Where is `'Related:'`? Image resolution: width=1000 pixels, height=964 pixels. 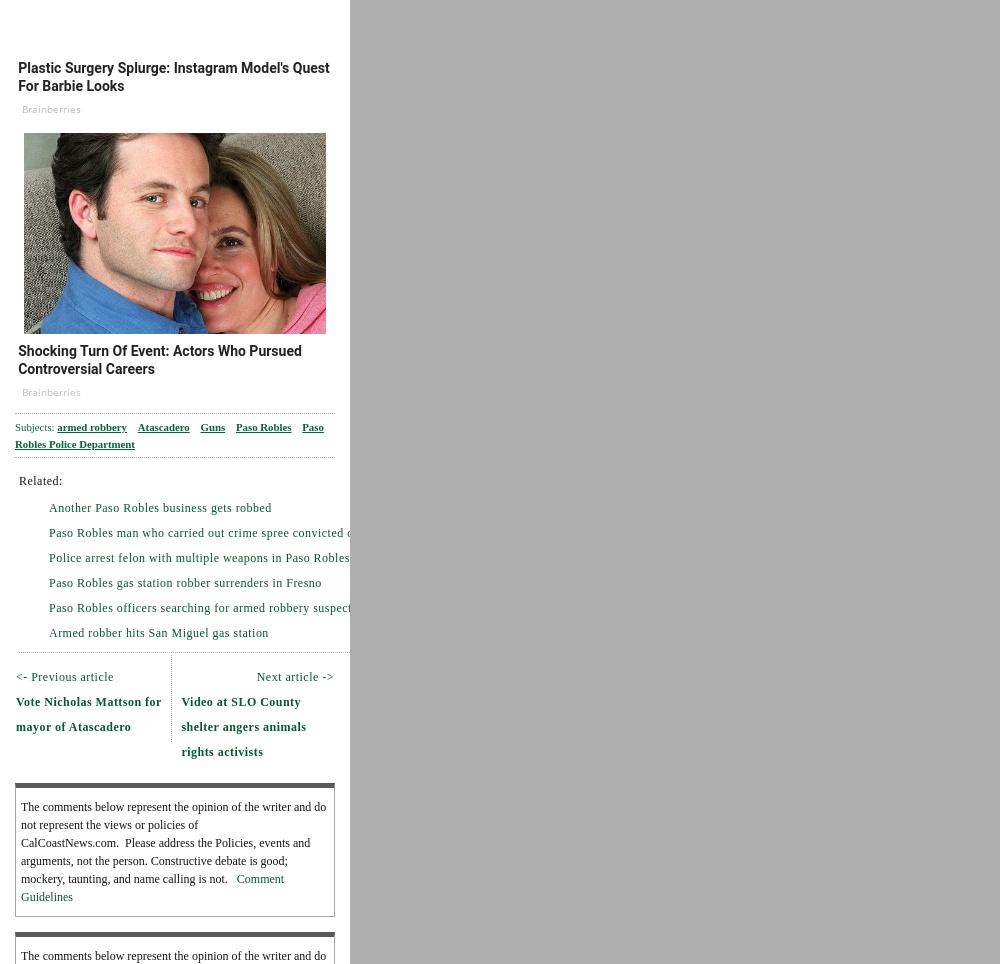 'Related:' is located at coordinates (40, 479).